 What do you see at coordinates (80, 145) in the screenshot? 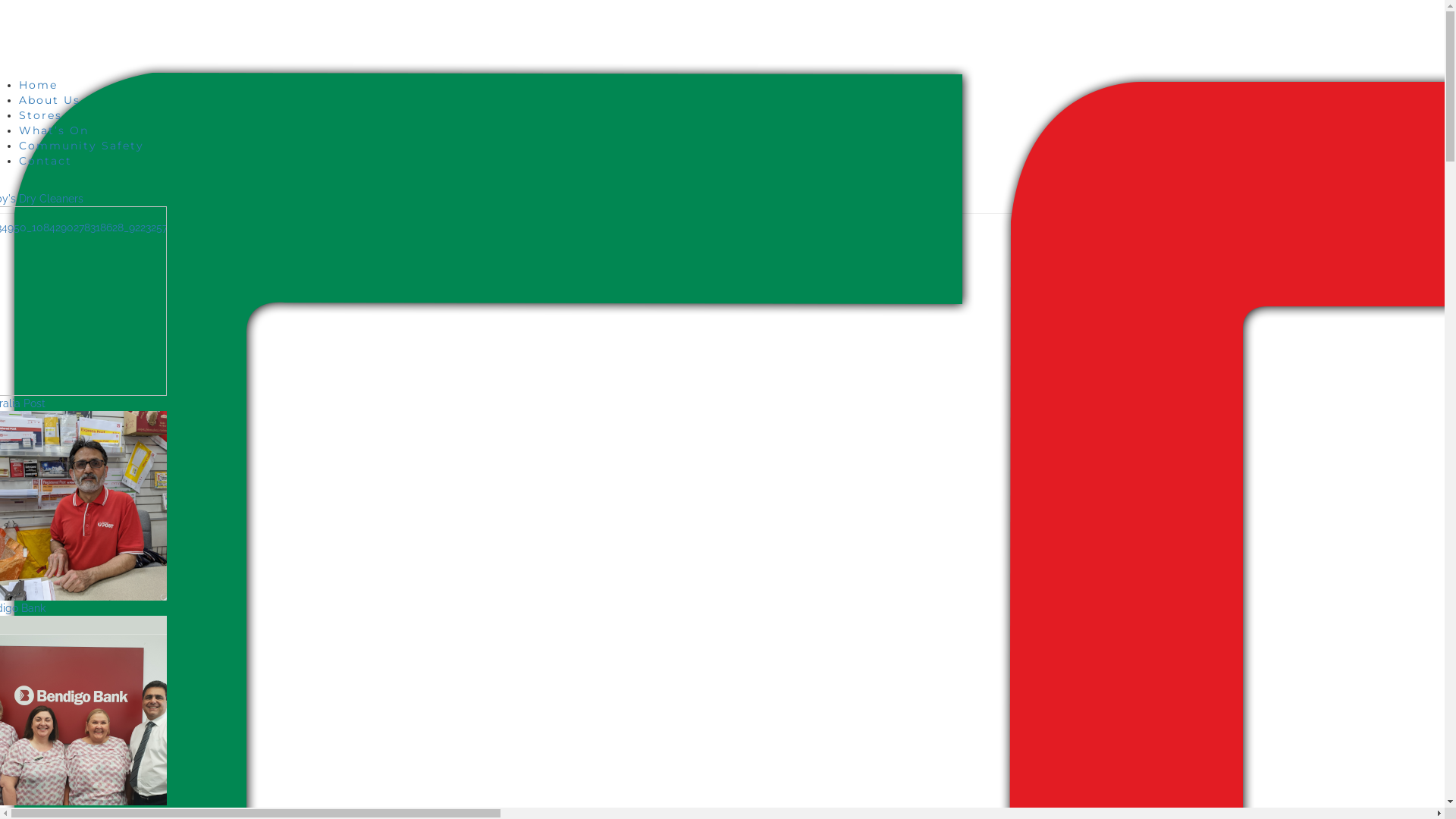
I see `'Community Safety'` at bounding box center [80, 145].